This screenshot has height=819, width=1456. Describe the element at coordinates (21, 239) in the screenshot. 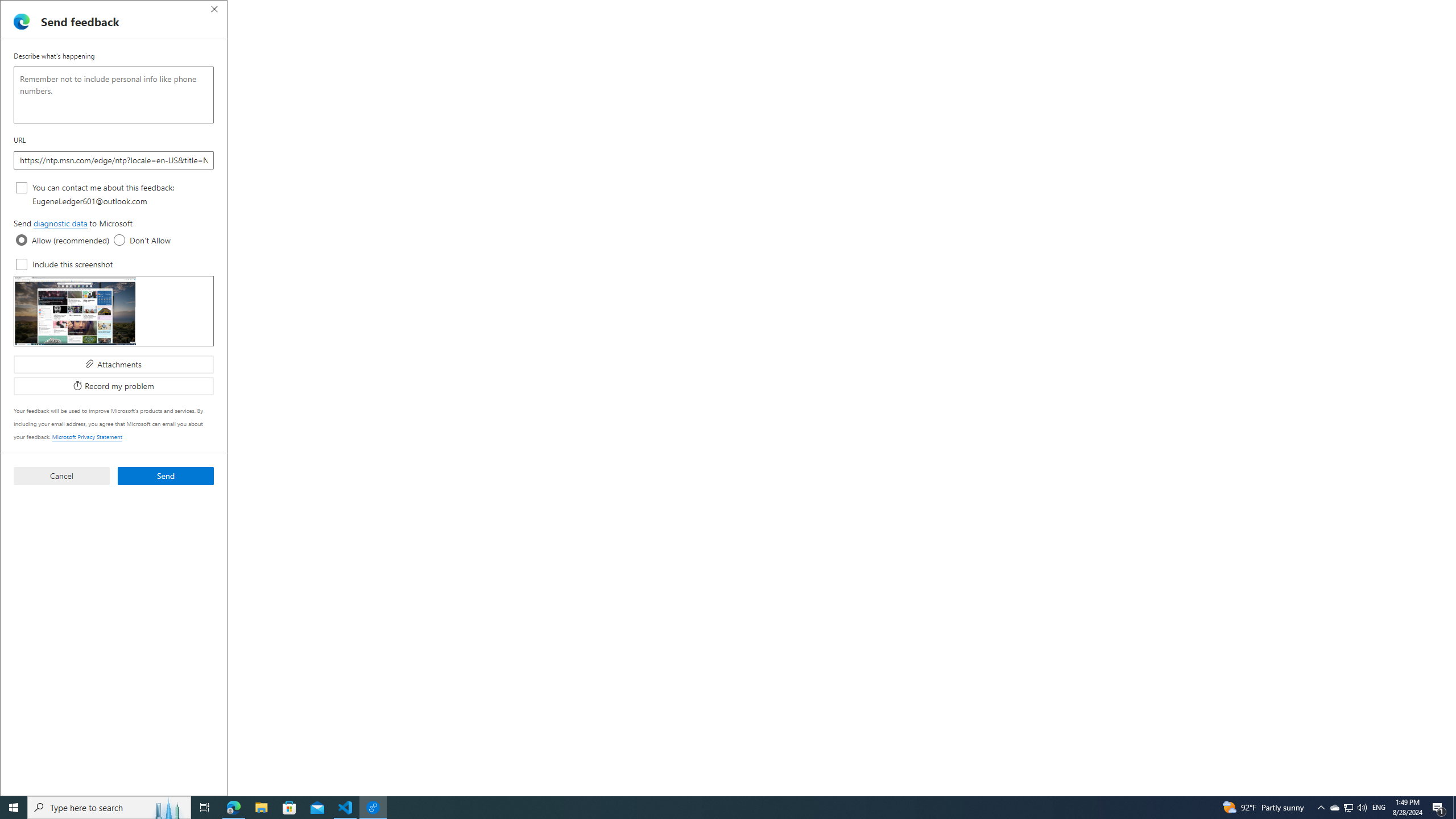

I see `'Allow (recommended)'` at that location.